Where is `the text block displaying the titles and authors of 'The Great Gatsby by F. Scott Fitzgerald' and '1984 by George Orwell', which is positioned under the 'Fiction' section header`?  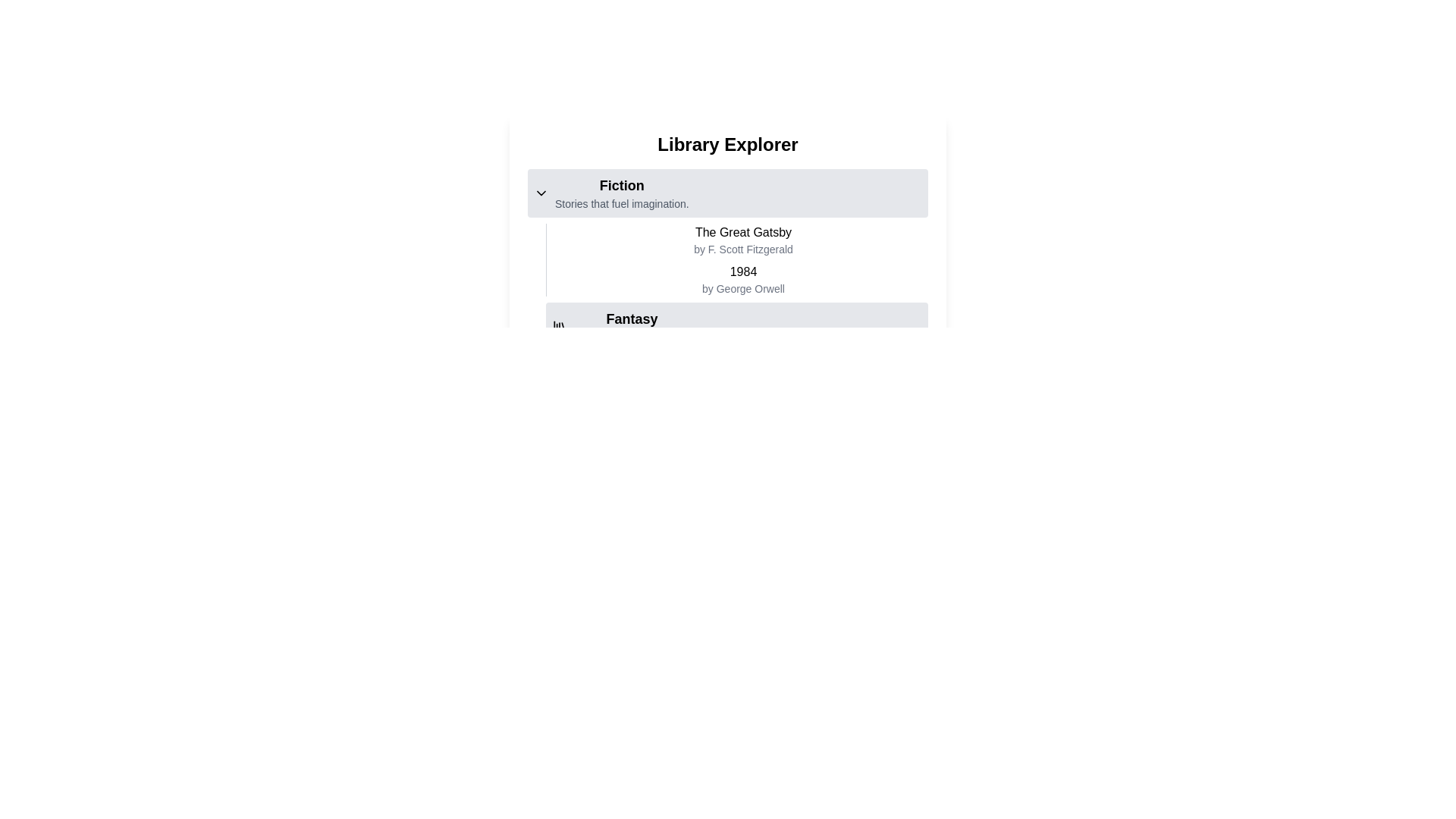
the text block displaying the titles and authors of 'The Great Gatsby by F. Scott Fitzgerald' and '1984 by George Orwell', which is positioned under the 'Fiction' section header is located at coordinates (736, 259).